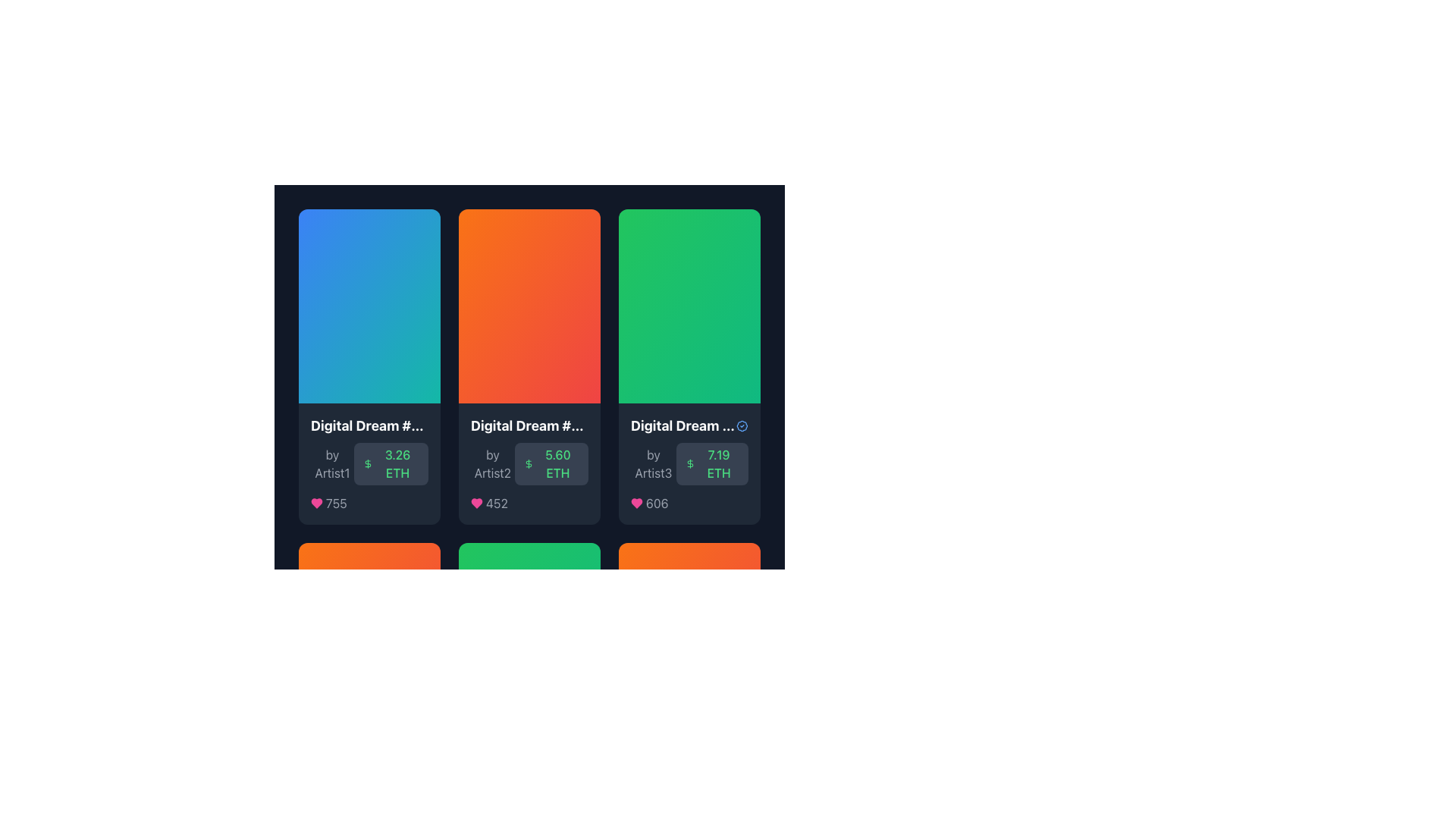 The height and width of the screenshot is (819, 1456). I want to click on the informational display box that shows the price or value of the digital item in ETH, located at the bottom right corner of the card associated with 'Digital Dream ...' by 'Artist3', so click(711, 463).